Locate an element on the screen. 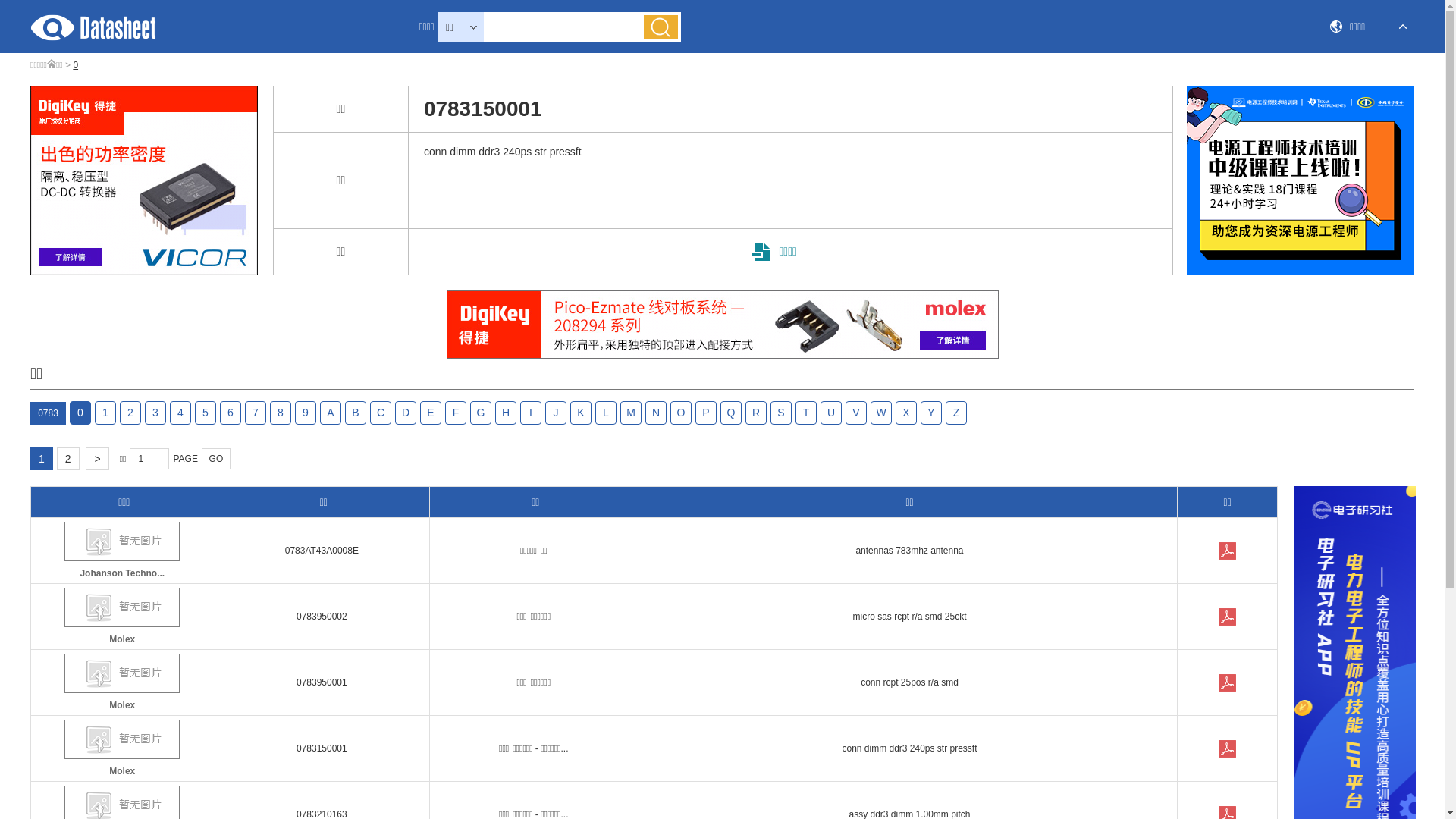  '8' is located at coordinates (280, 413).